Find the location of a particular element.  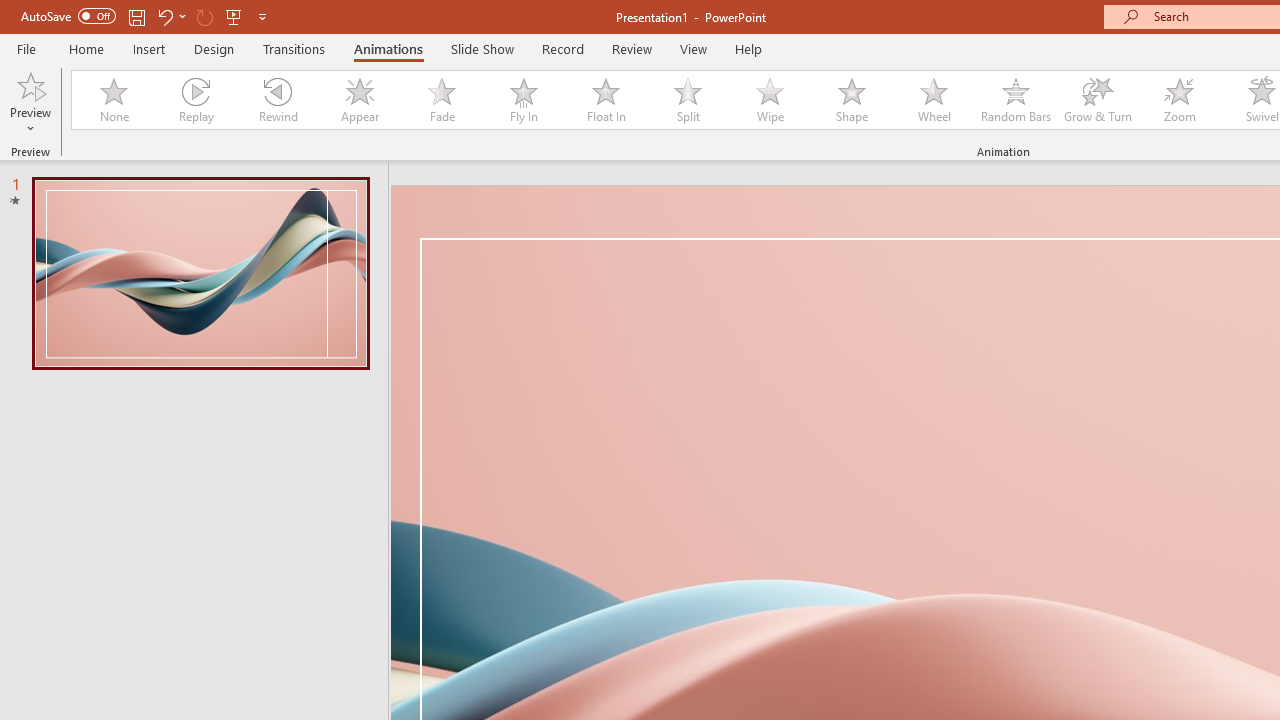

'Rewind' is located at coordinates (276, 100).